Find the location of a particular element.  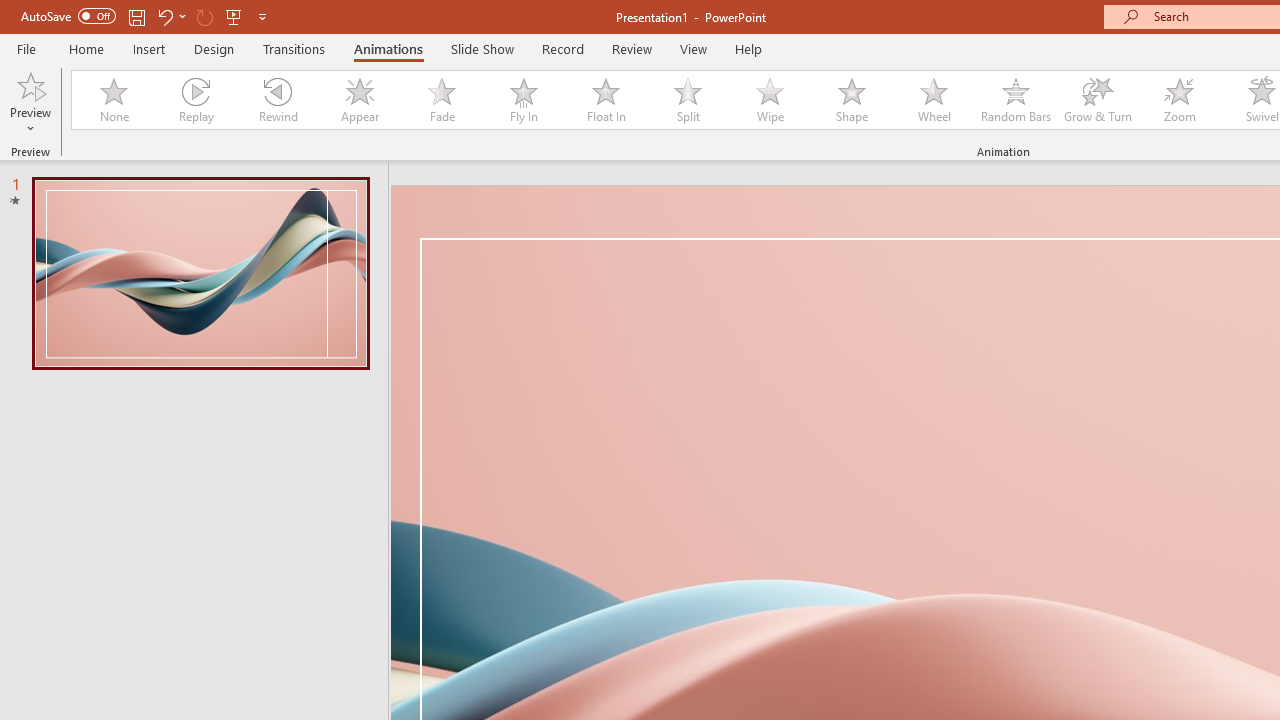

'Rewind' is located at coordinates (276, 100).